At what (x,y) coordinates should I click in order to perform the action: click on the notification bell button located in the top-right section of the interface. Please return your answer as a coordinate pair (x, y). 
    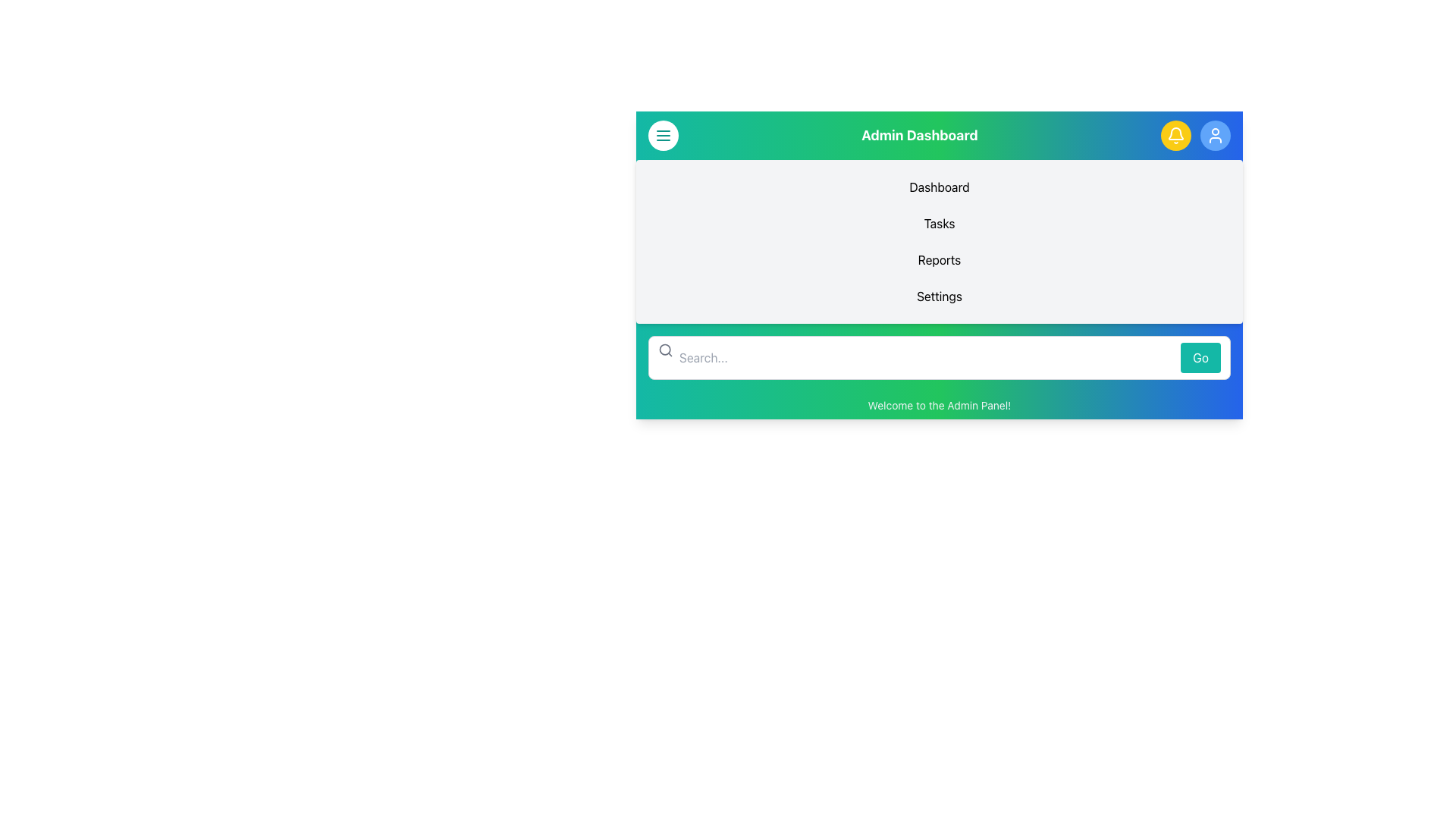
    Looking at the image, I should click on (1175, 134).